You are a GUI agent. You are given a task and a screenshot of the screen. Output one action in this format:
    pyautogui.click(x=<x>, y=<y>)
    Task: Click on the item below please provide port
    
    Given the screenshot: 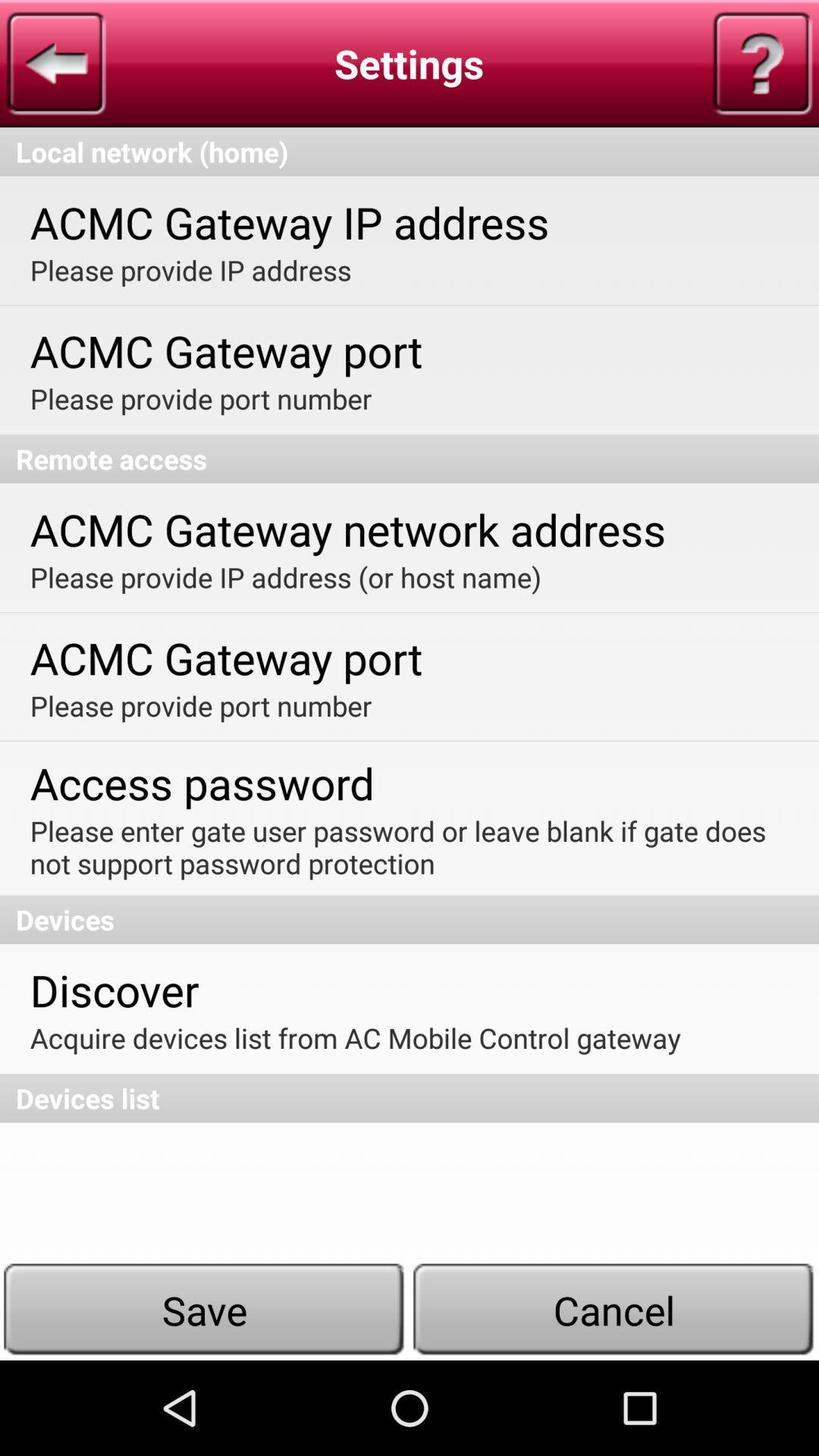 What is the action you would take?
    pyautogui.click(x=409, y=458)
    